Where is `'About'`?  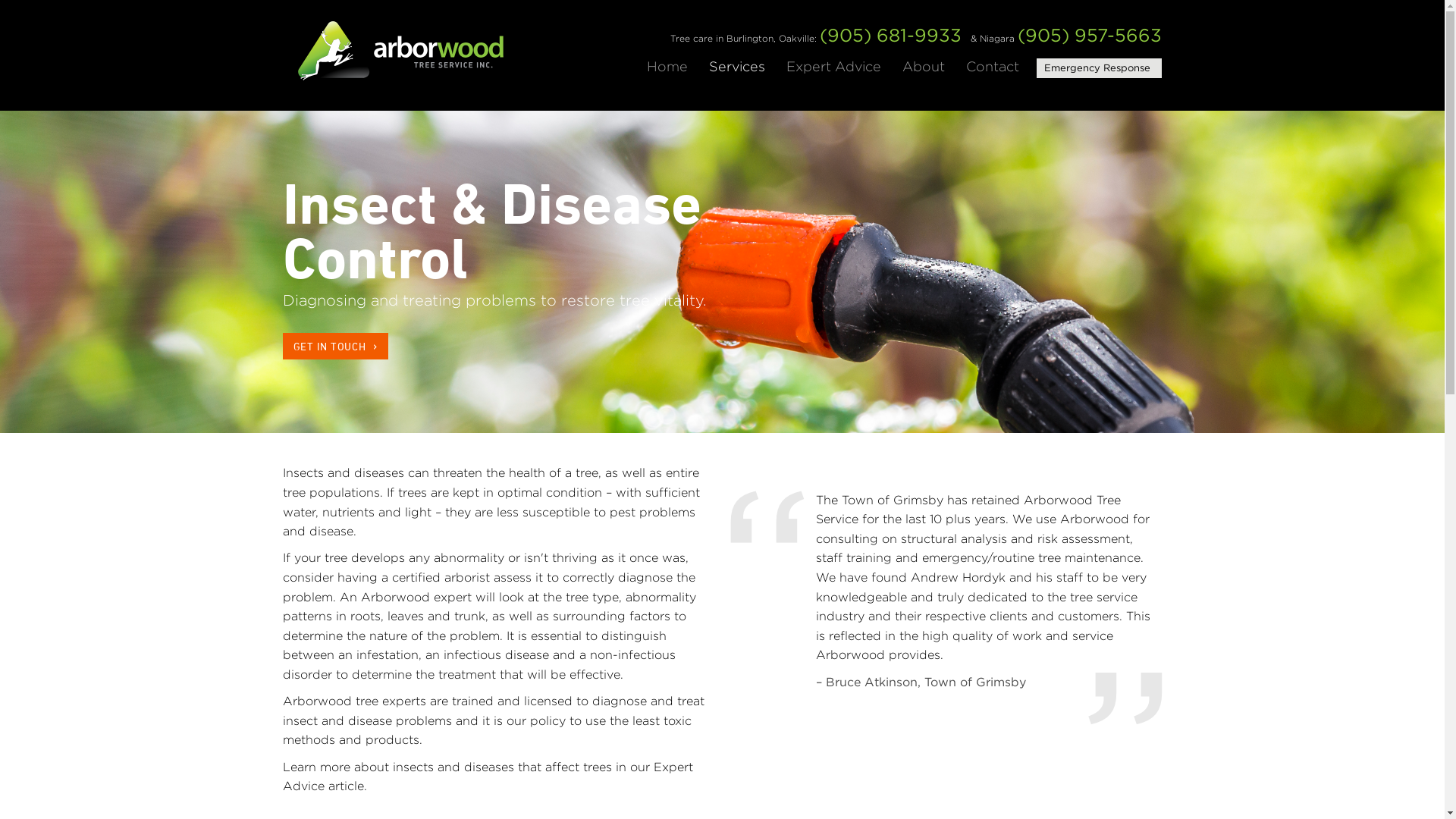
'About' is located at coordinates (923, 65).